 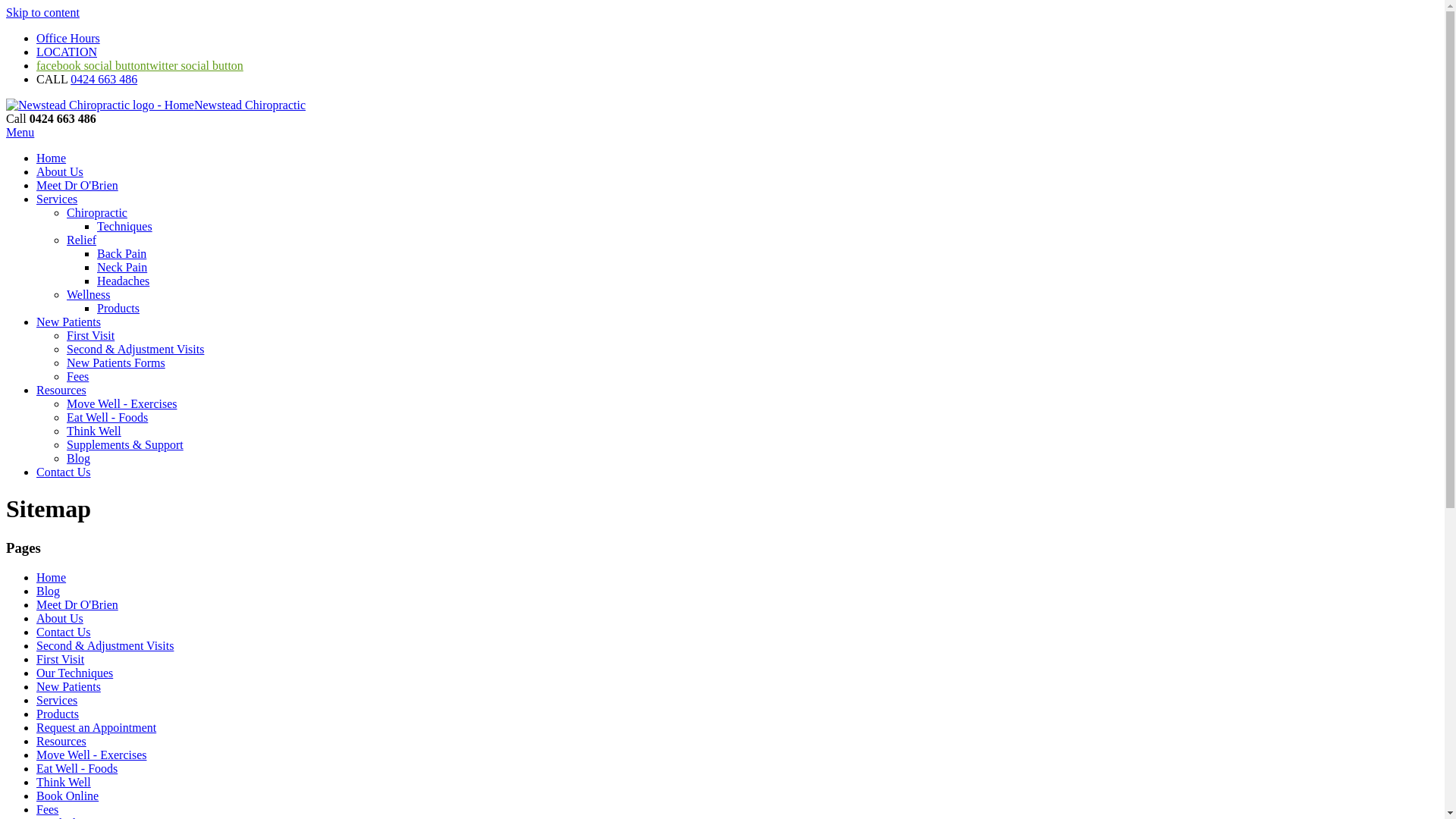 I want to click on 'Request an Appointment', so click(x=95, y=726).